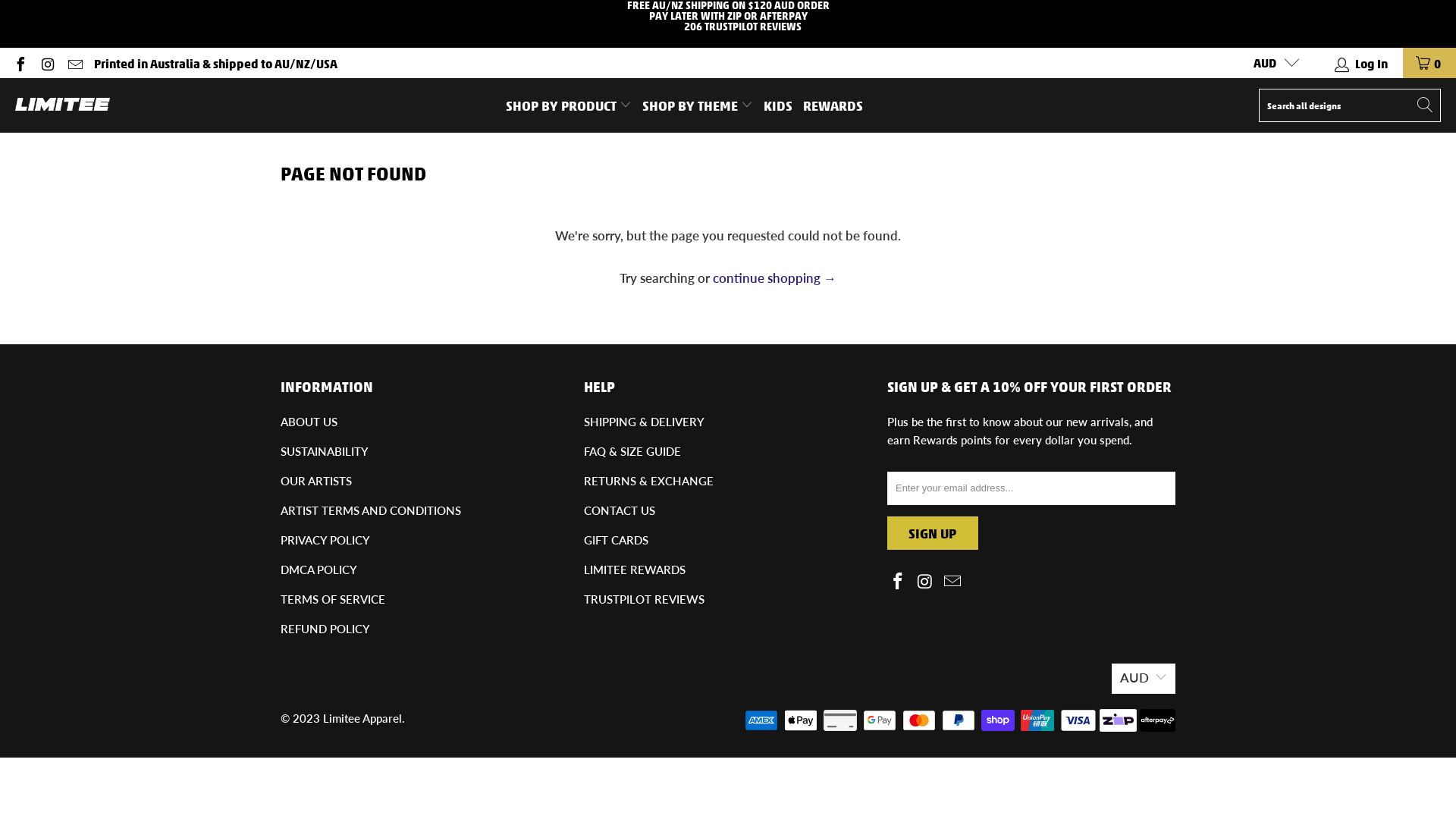  What do you see at coordinates (315, 480) in the screenshot?
I see `'OUR ARTISTS'` at bounding box center [315, 480].